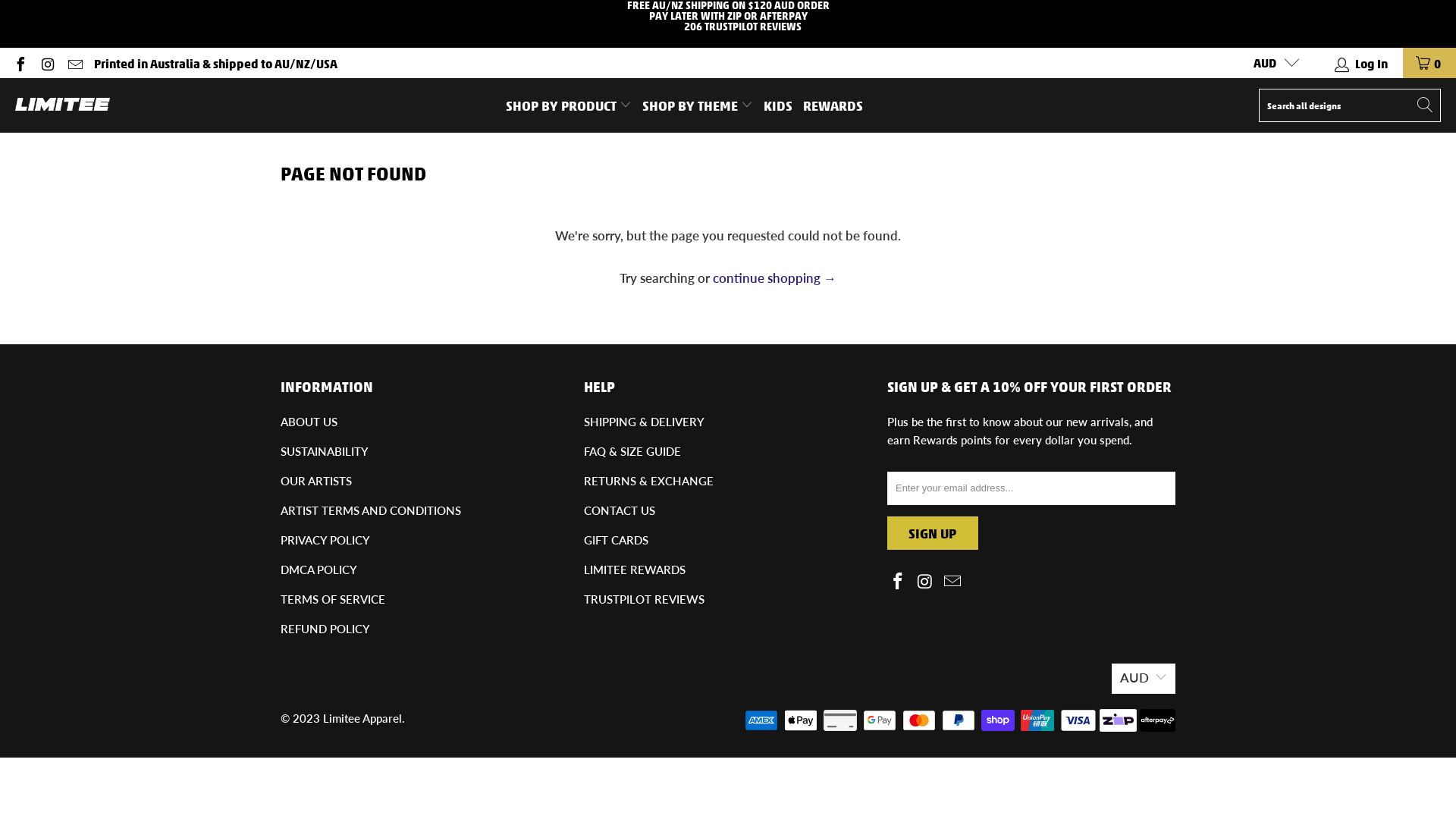  What do you see at coordinates (315, 480) in the screenshot?
I see `'OUR ARTISTS'` at bounding box center [315, 480].